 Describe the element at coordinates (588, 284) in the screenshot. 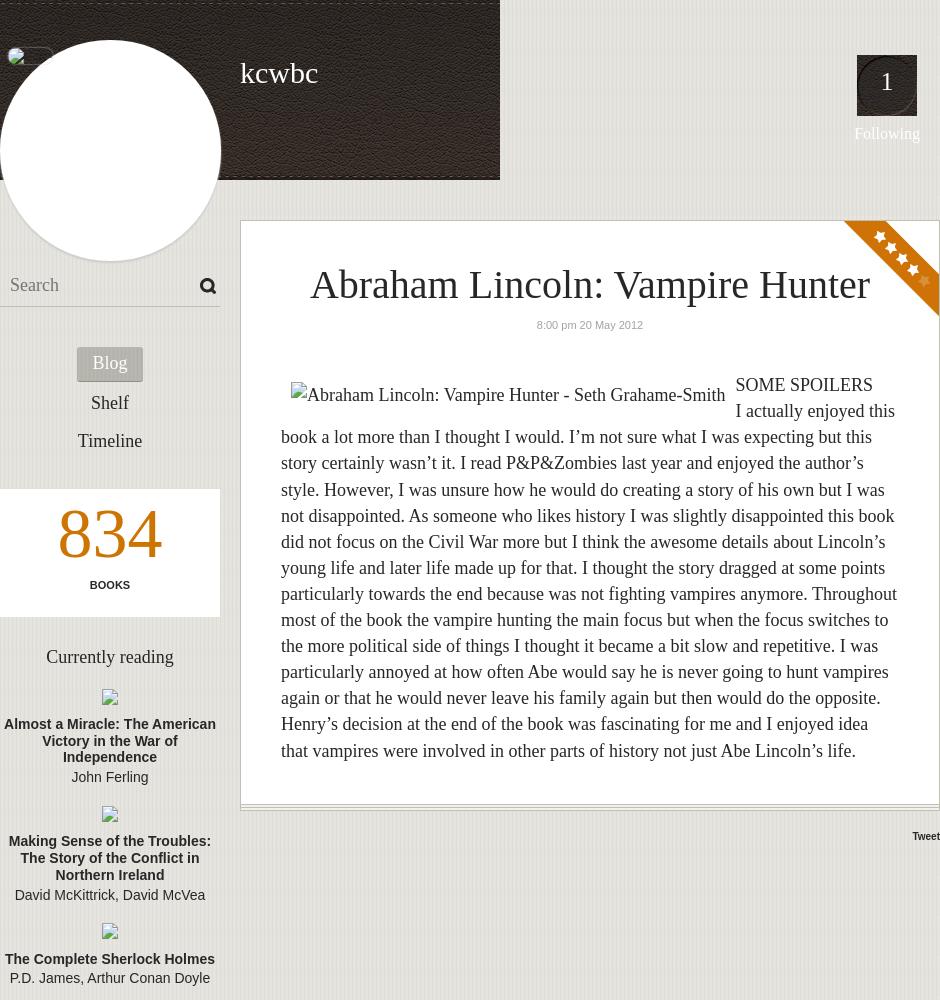

I see `'Abraham Lincoln: Vampire Hunter'` at that location.